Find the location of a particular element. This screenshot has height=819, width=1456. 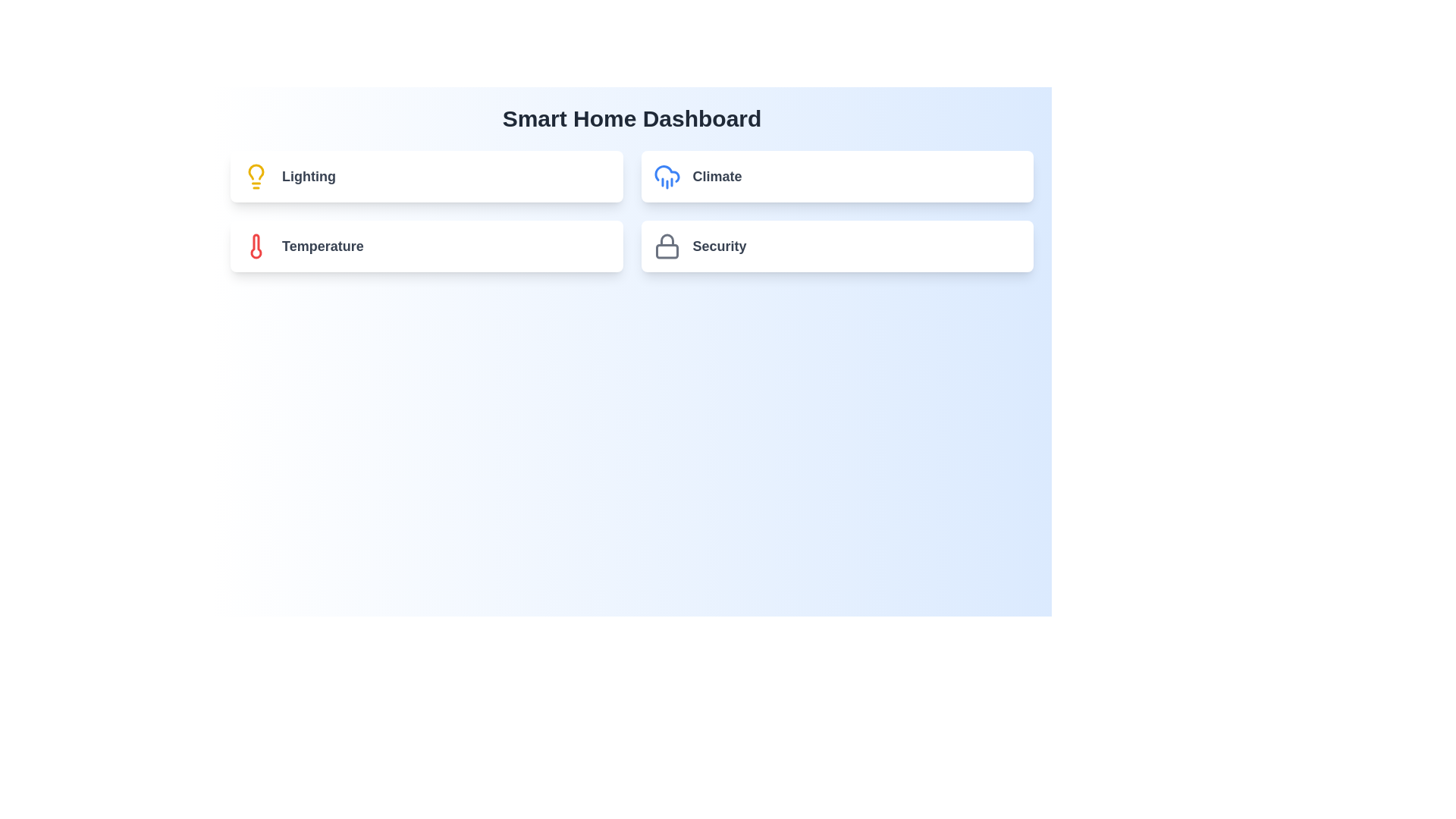

the lock icon in the Security card located at the bottom-right of the dashboard is located at coordinates (667, 245).